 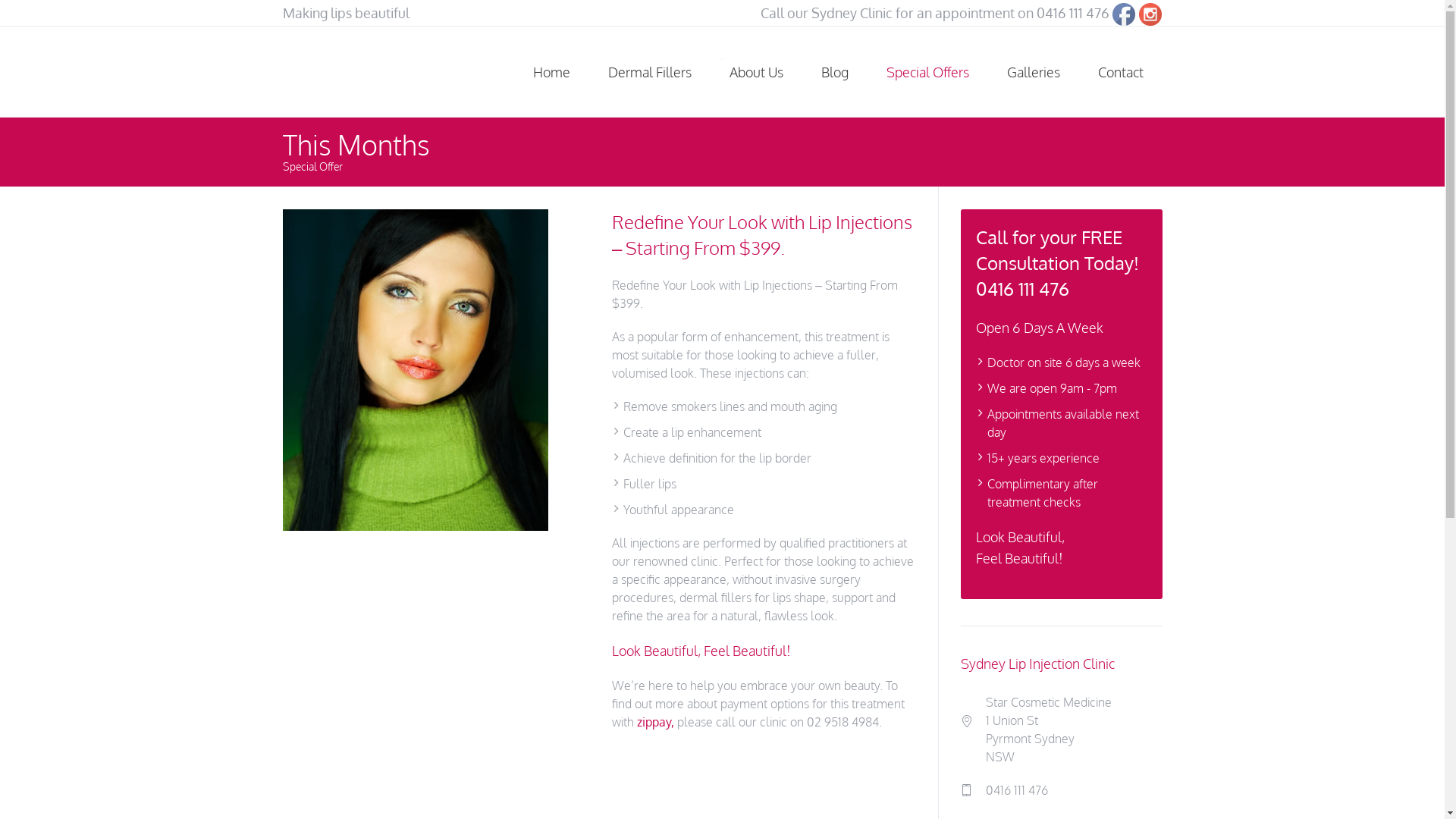 I want to click on 'zippay,', so click(x=655, y=721).